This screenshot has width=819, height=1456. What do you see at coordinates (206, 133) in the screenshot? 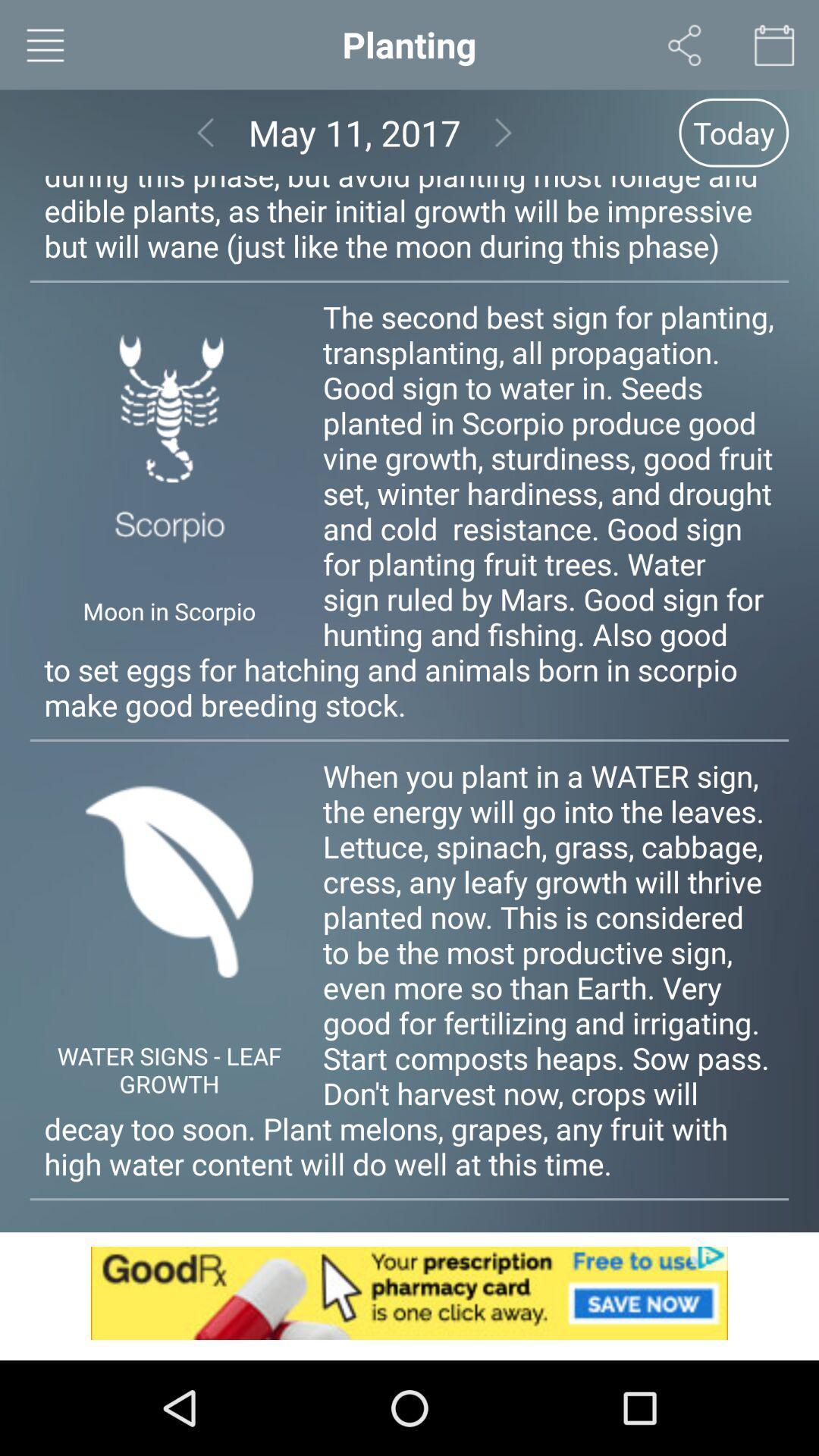
I see `previous calendar page` at bounding box center [206, 133].